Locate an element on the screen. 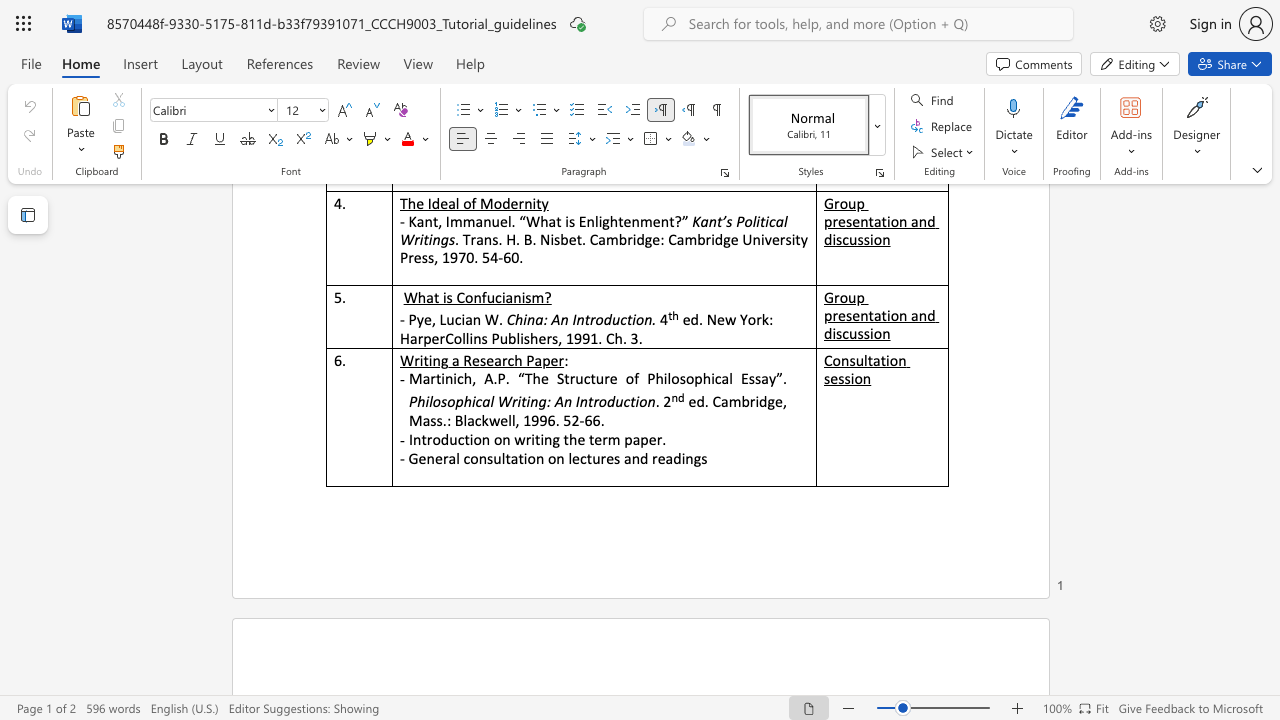 This screenshot has width=1280, height=720. the subset text "nsultation ses" within the text "Consultation session" is located at coordinates (840, 360).